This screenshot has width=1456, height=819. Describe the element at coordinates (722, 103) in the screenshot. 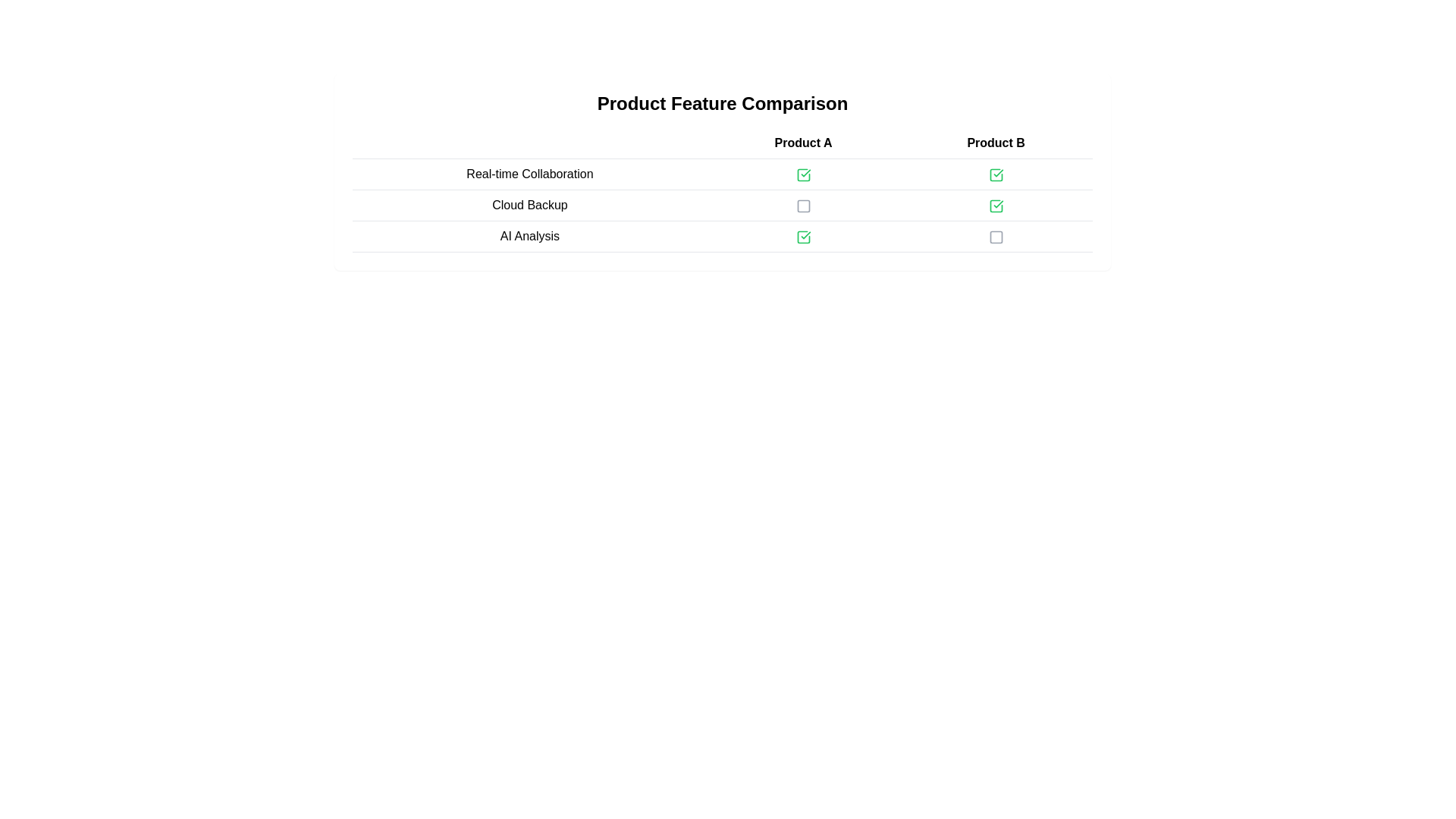

I see `the prominently displayed static text header reading 'Product Feature Comparison' located at the top of the content area` at that location.